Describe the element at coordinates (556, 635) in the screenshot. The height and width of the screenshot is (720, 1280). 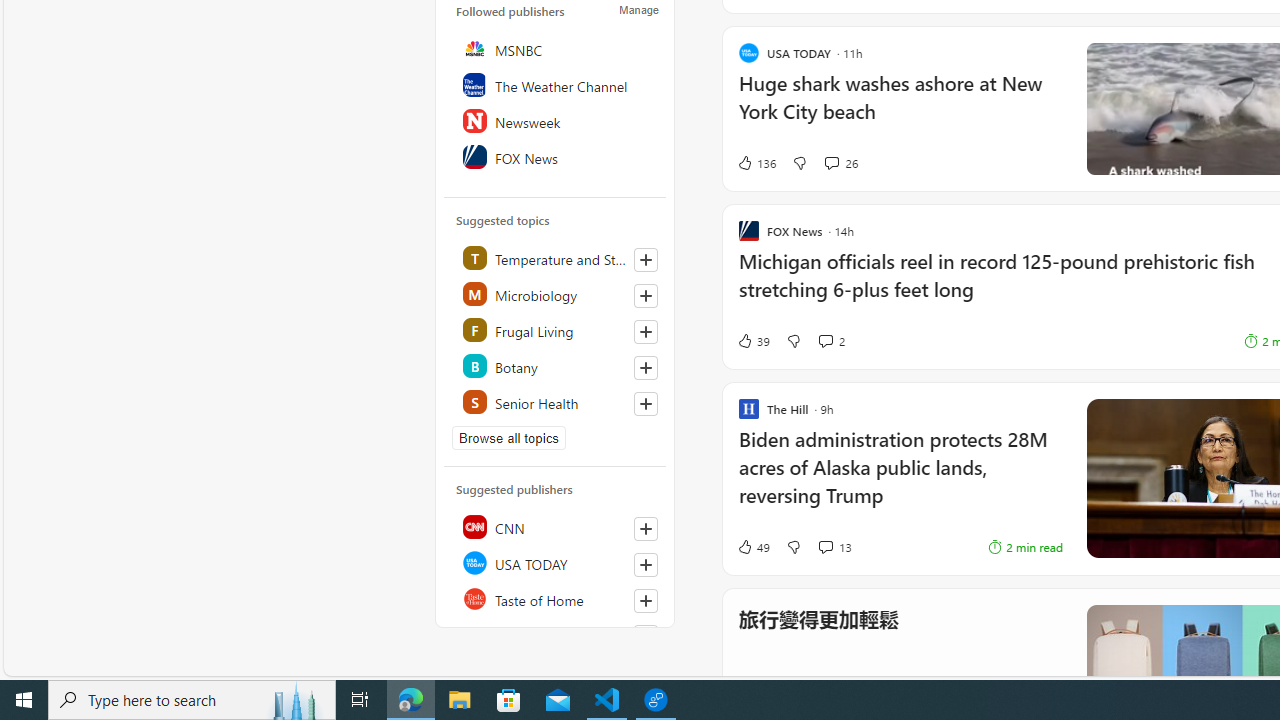
I see `'NBC News'` at that location.